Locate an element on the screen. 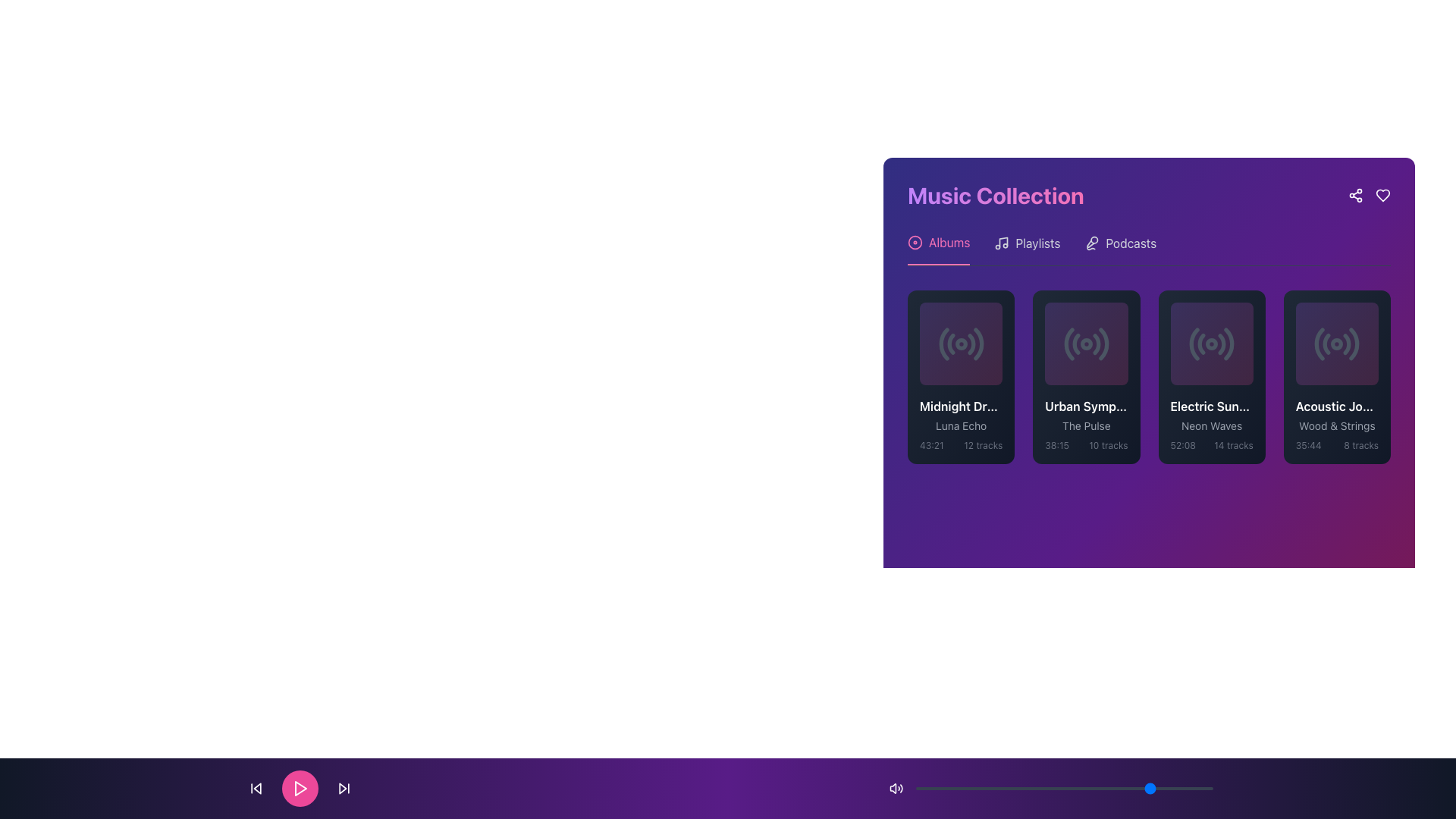 The image size is (1456, 819). the non-interactive heading indicating the title of the music collection section, located at the top left corner of the interface panel is located at coordinates (996, 195).